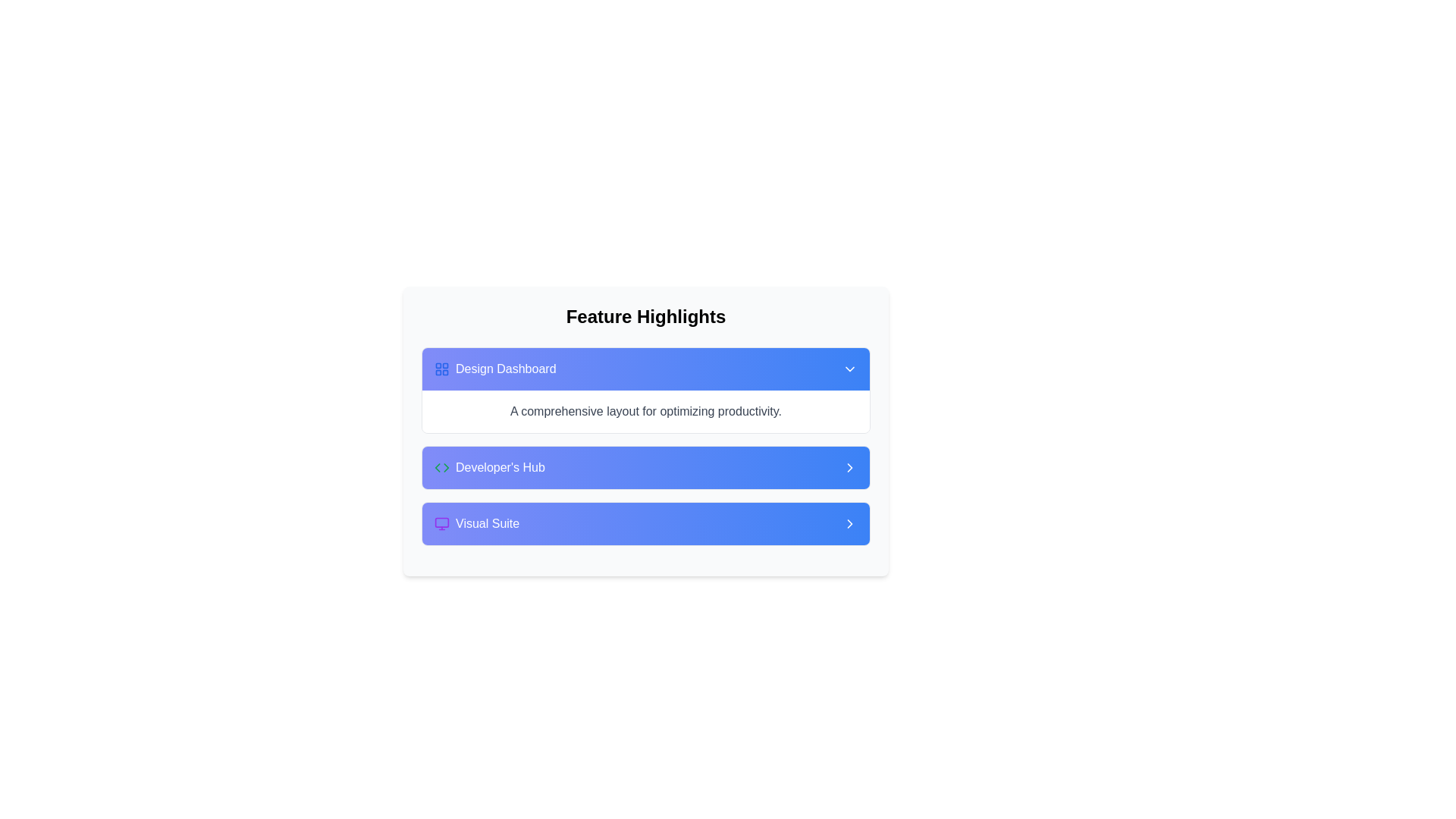 The width and height of the screenshot is (1456, 819). What do you see at coordinates (645, 467) in the screenshot?
I see `the second item in the vertical list of highlighted features, which serves as a clickable list item redirecting to the Developer's Hub for tooltip or highlight effects` at bounding box center [645, 467].